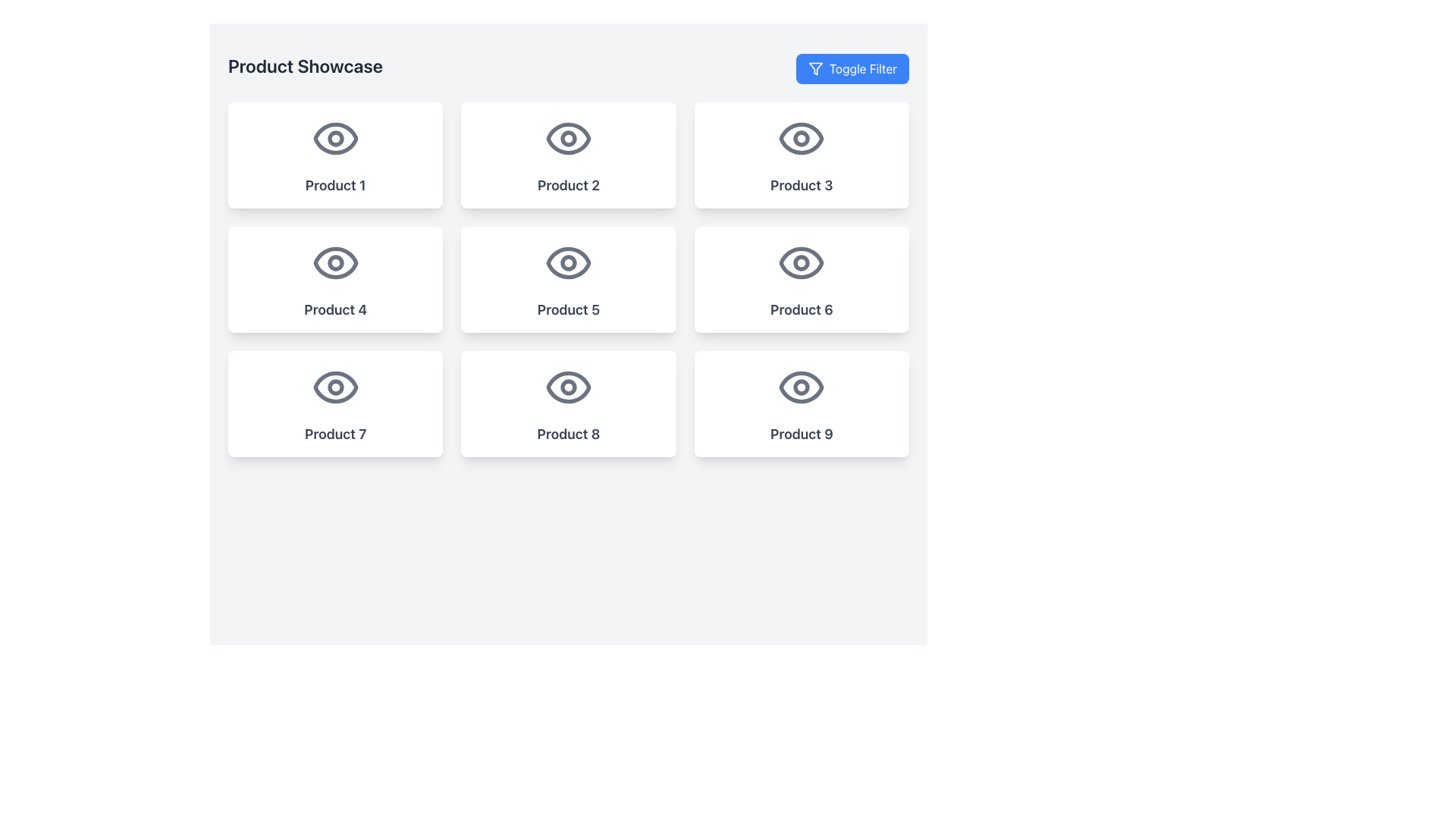  What do you see at coordinates (334, 262) in the screenshot?
I see `the eye-shaped icon rendered in gray located at the top of the 'Product 4' card` at bounding box center [334, 262].